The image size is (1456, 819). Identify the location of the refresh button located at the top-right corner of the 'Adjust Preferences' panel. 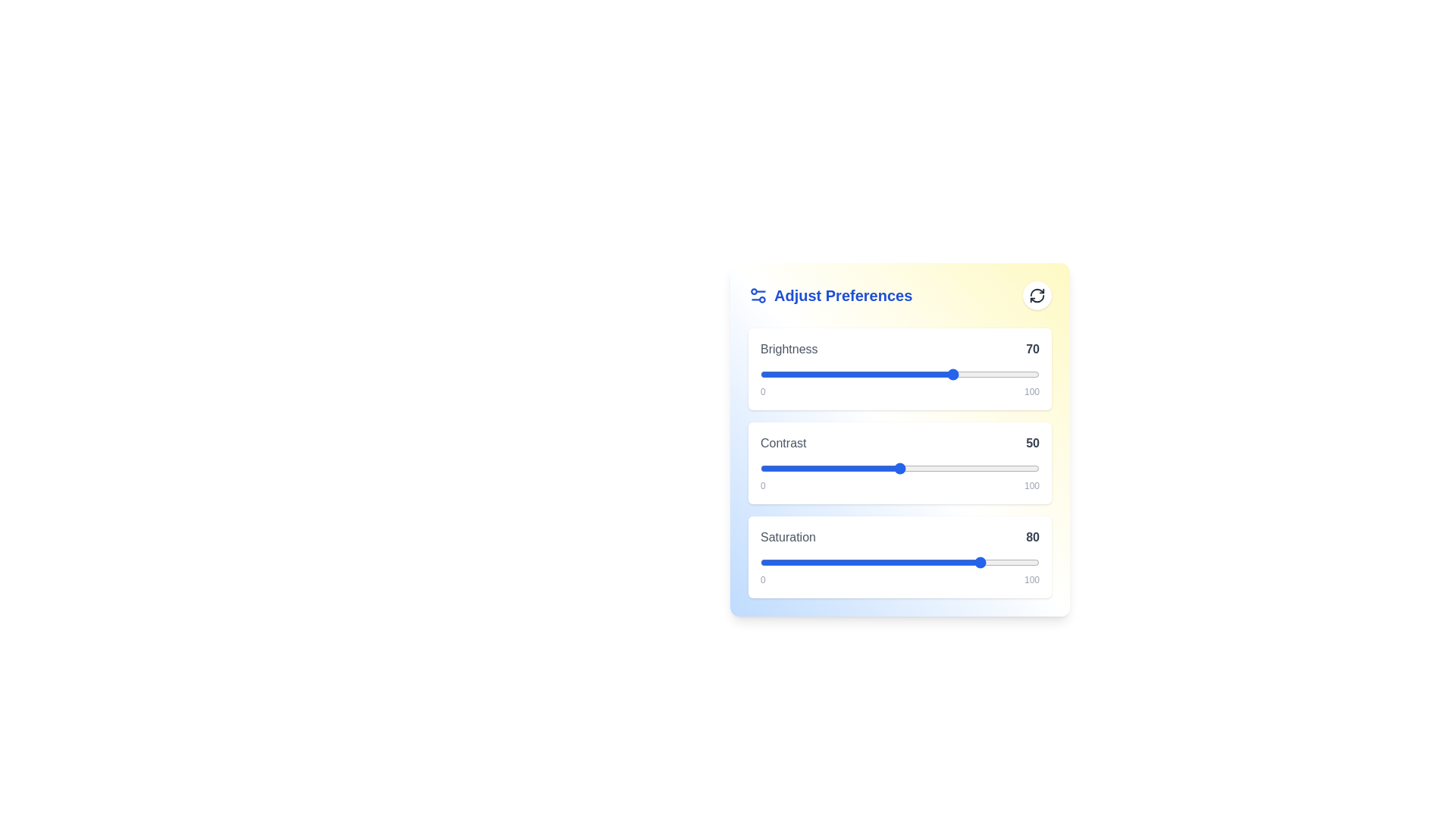
(1037, 295).